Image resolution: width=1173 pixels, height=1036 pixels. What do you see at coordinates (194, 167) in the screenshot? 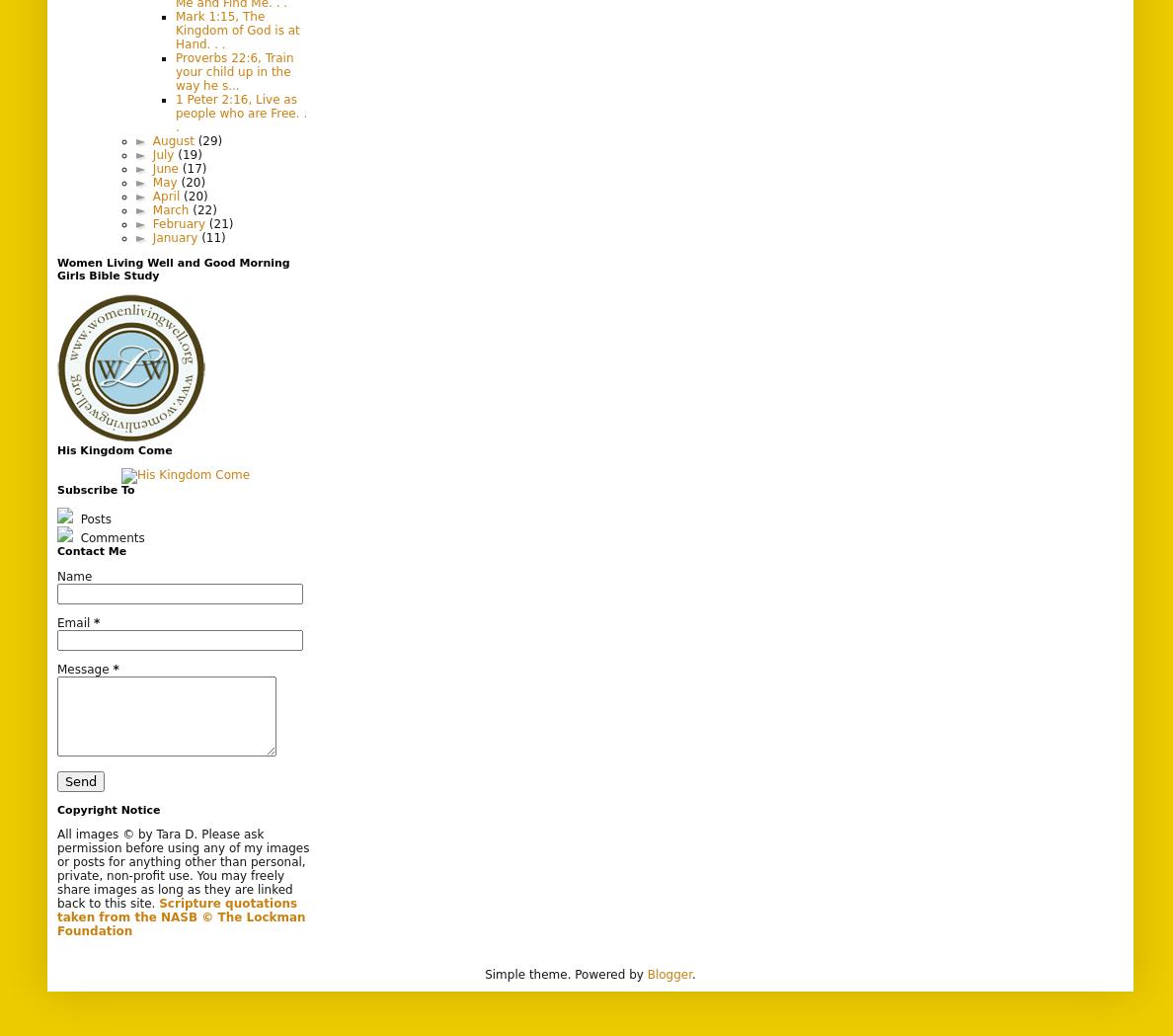
I see `'(17)'` at bounding box center [194, 167].